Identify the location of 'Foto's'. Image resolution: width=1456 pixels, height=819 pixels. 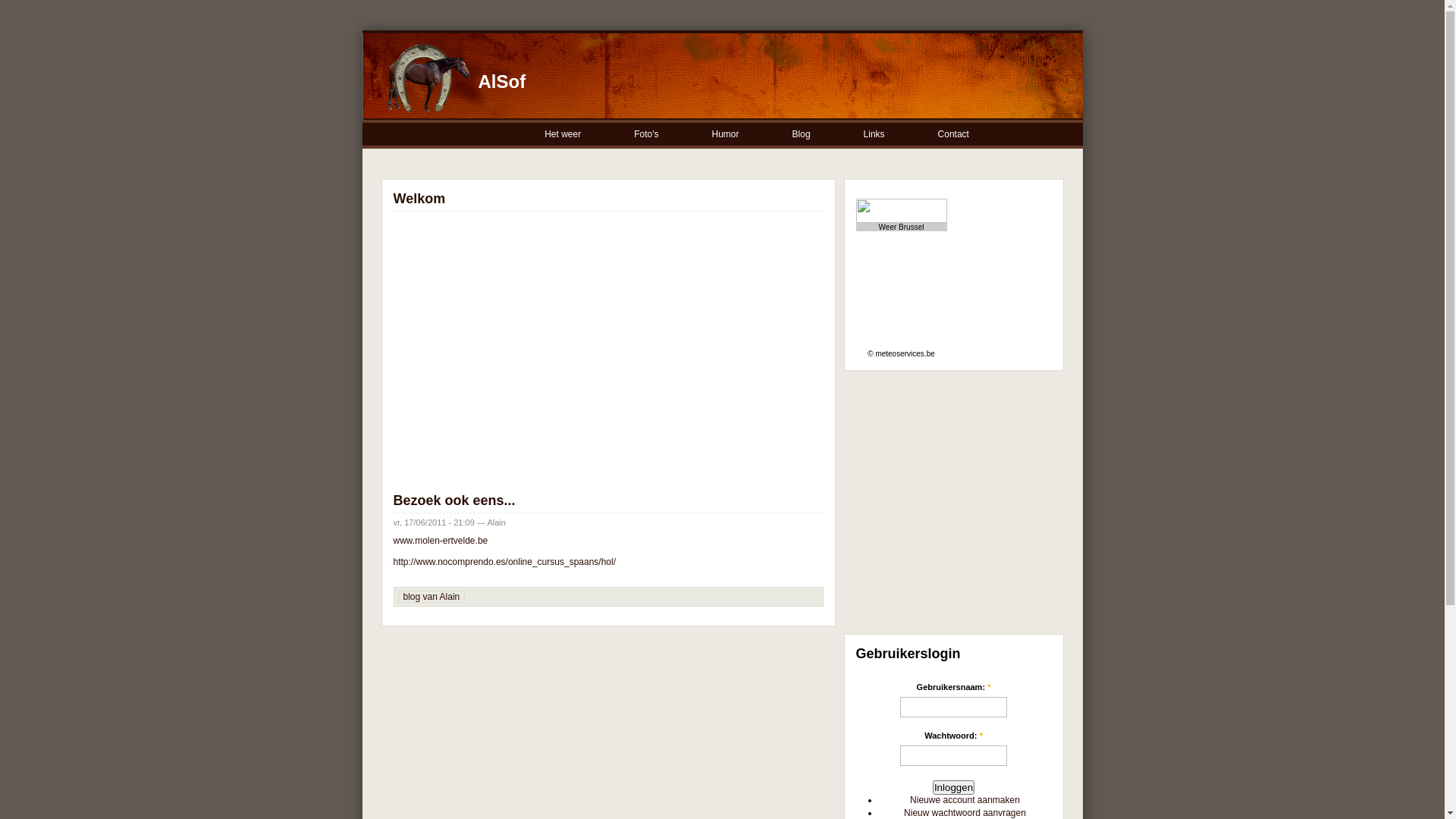
(647, 133).